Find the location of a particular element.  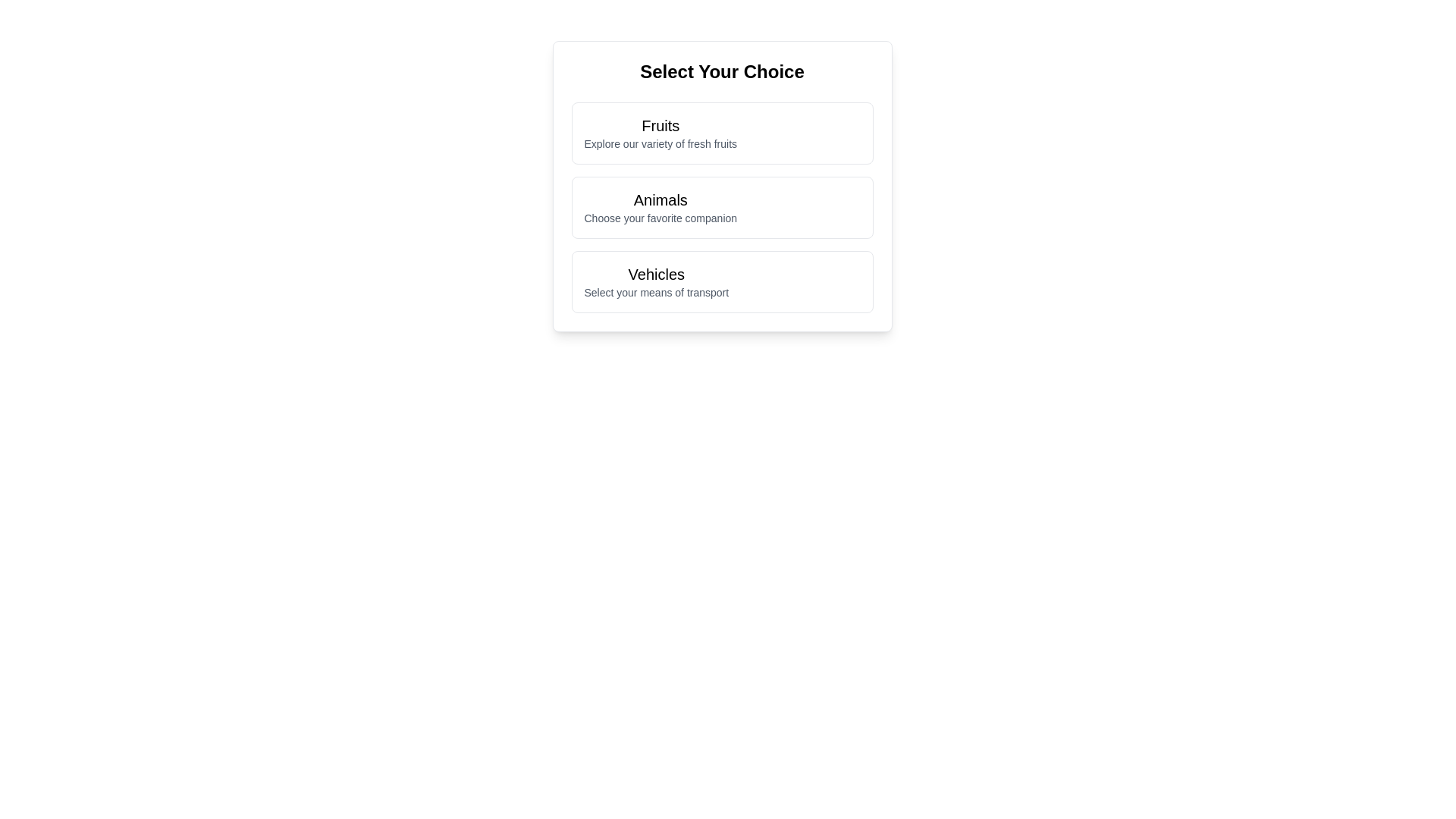

'Animals' label displayed in a medium-weight font, centrally positioned within the second card in a vertical list of options, above the 'Vehicles' card and below the 'Fruits' card is located at coordinates (661, 199).